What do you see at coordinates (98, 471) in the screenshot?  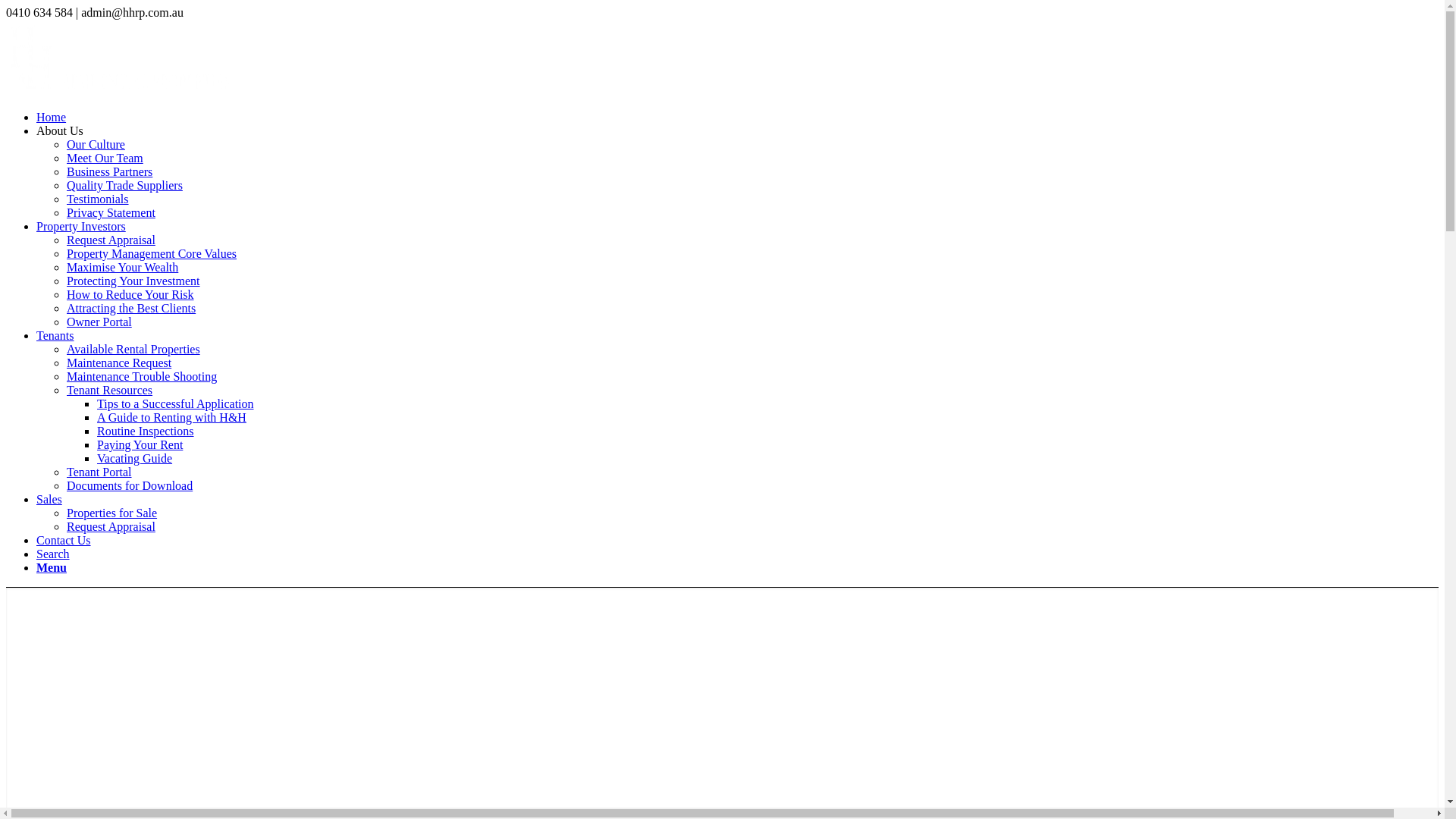 I see `'Tenant Portal'` at bounding box center [98, 471].